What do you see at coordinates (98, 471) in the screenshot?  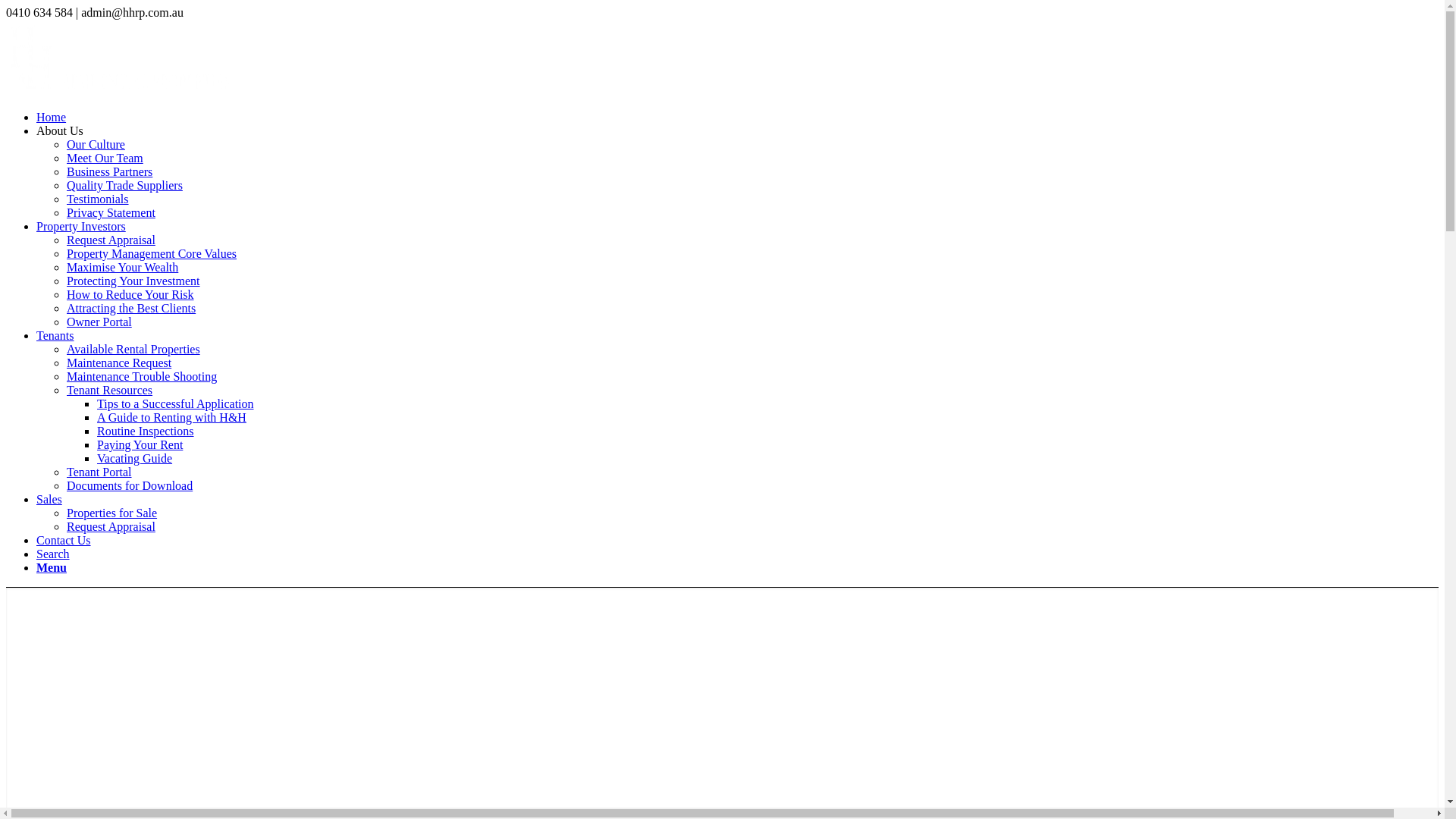 I see `'Tenant Portal'` at bounding box center [98, 471].